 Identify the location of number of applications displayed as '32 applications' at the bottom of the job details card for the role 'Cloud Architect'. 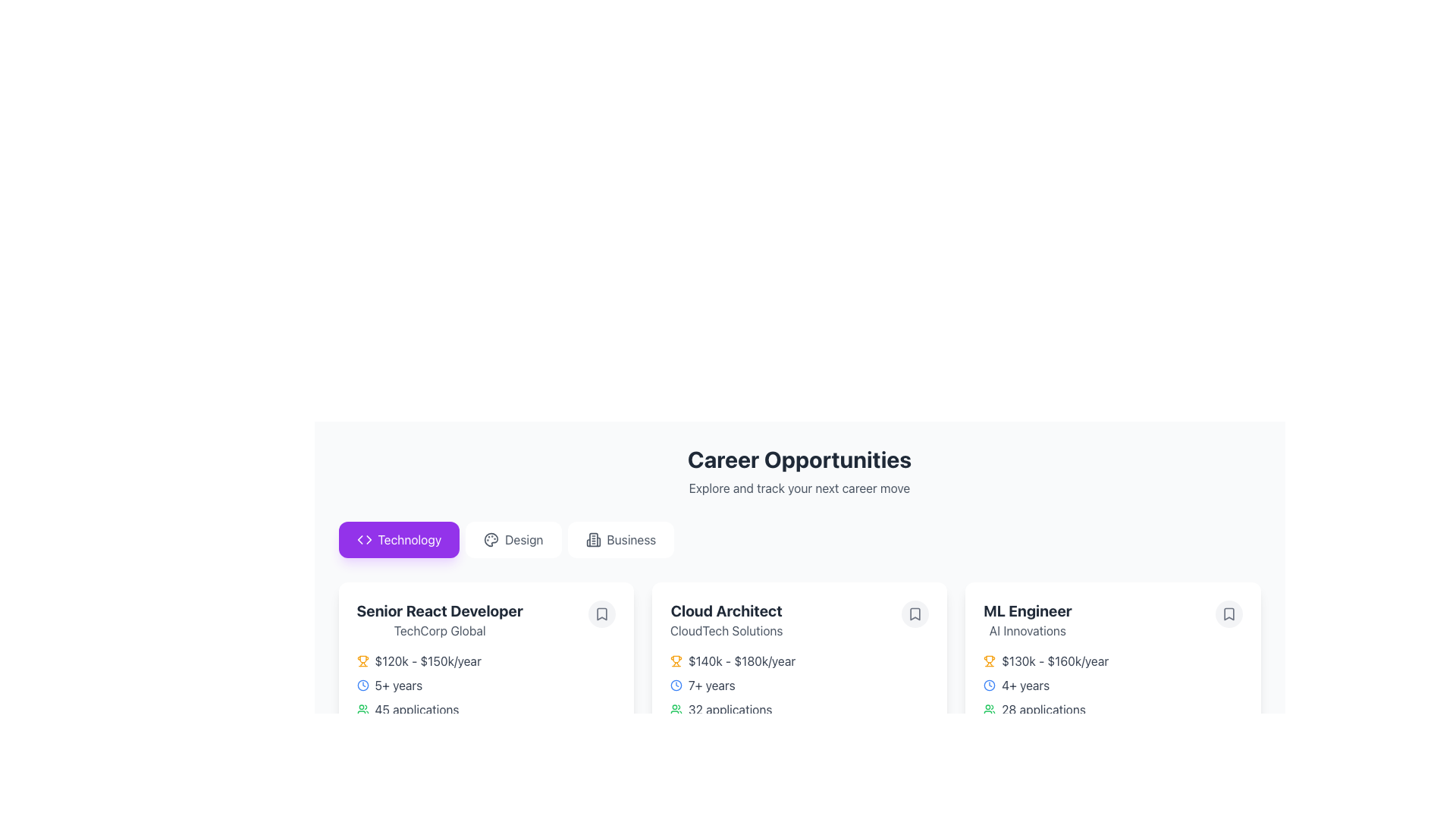
(730, 710).